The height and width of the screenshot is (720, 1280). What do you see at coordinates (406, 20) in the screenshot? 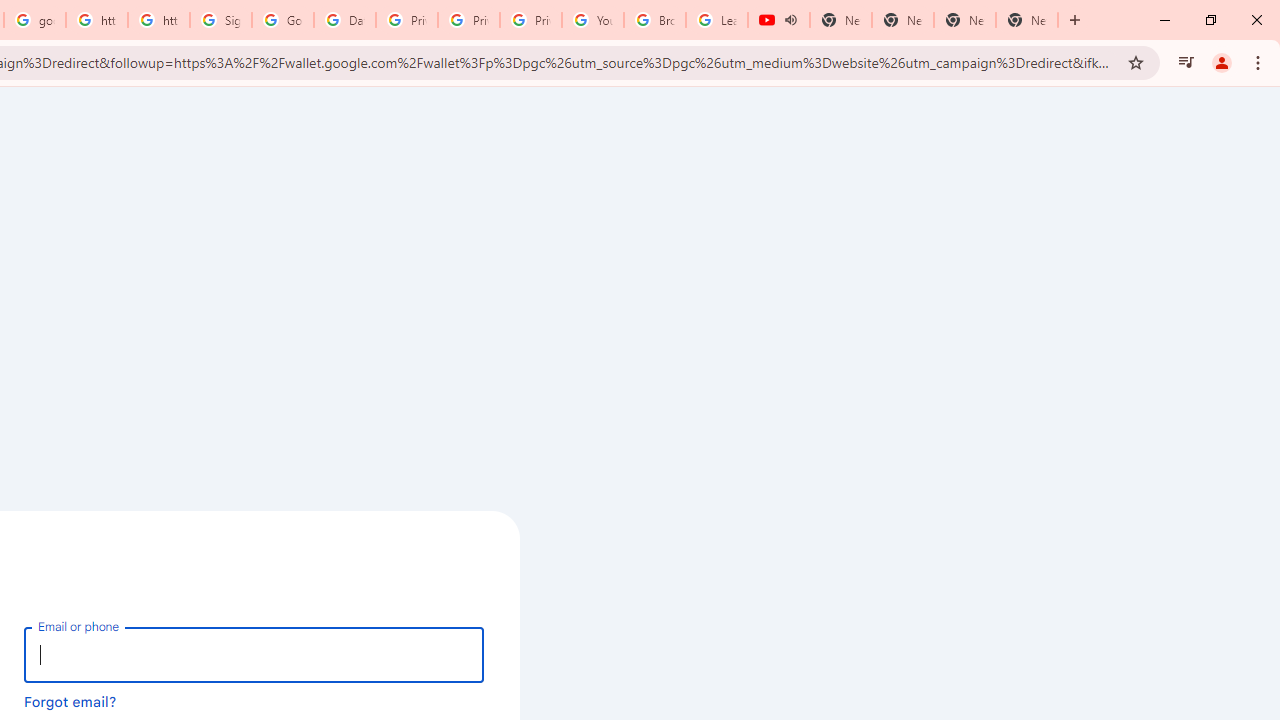
I see `'Privacy Help Center - Policies Help'` at bounding box center [406, 20].